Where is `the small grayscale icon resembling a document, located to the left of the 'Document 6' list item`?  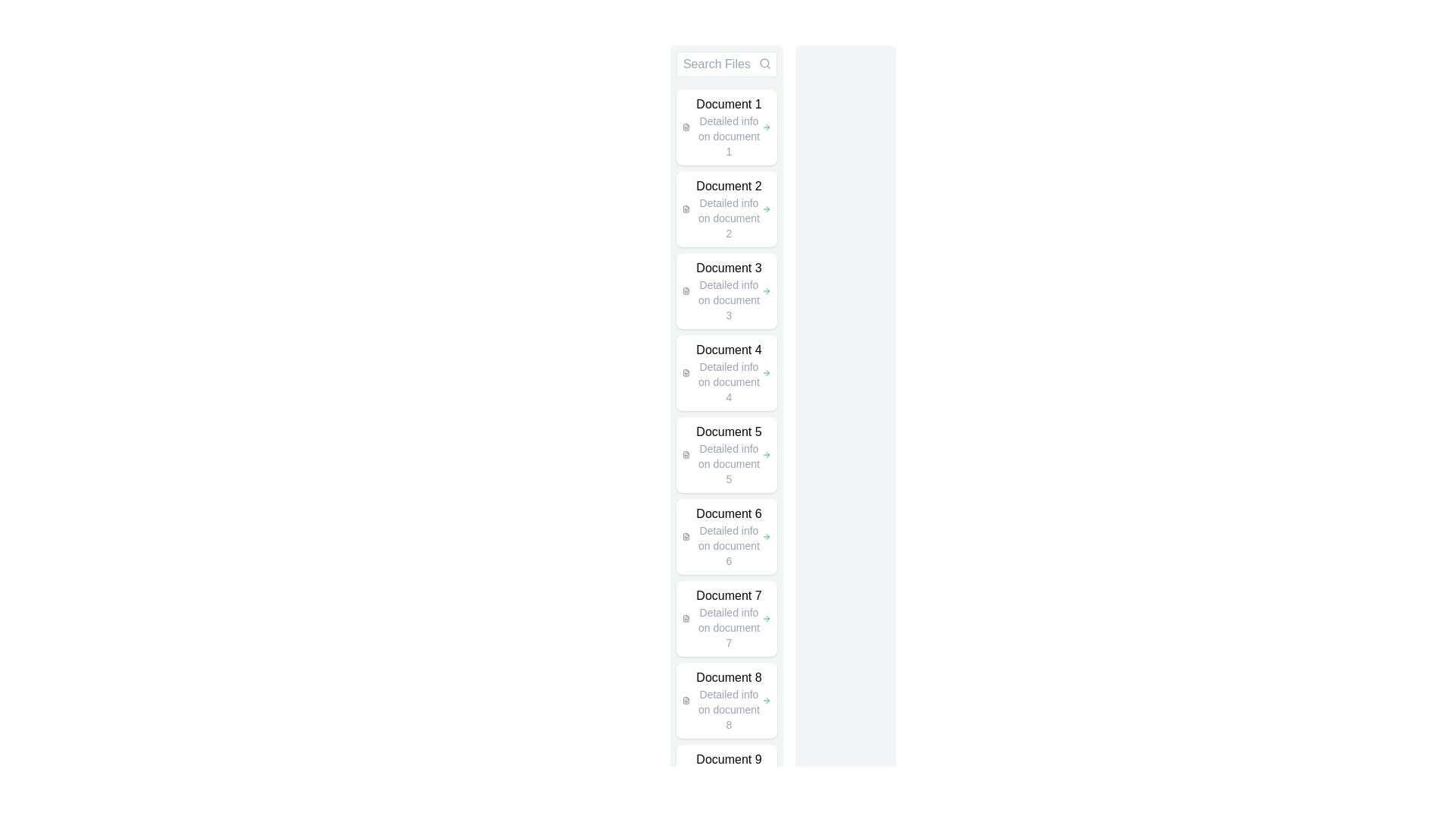
the small grayscale icon resembling a document, located to the left of the 'Document 6' list item is located at coordinates (685, 536).